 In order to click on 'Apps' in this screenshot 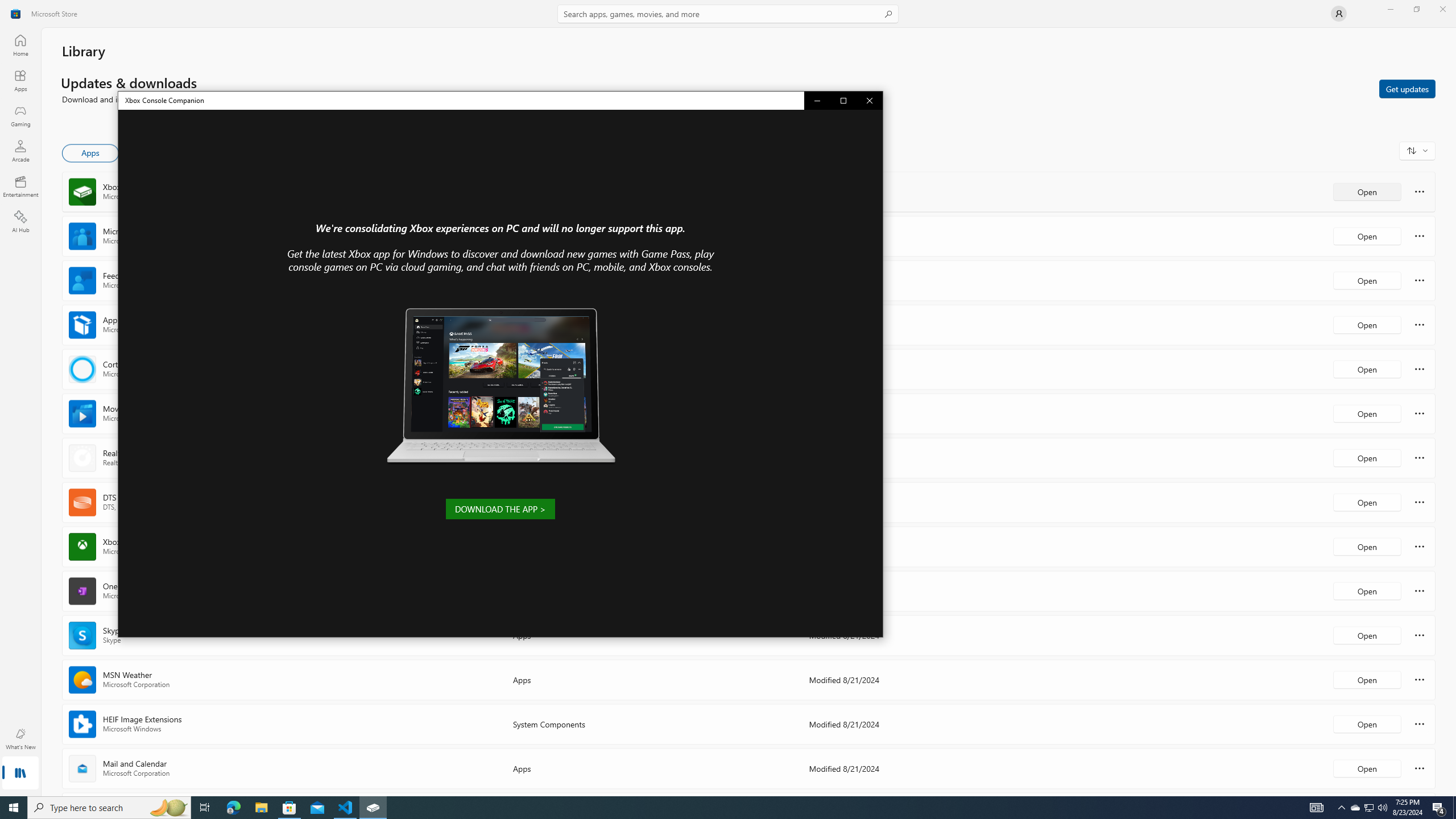, I will do `click(19, 44)`.